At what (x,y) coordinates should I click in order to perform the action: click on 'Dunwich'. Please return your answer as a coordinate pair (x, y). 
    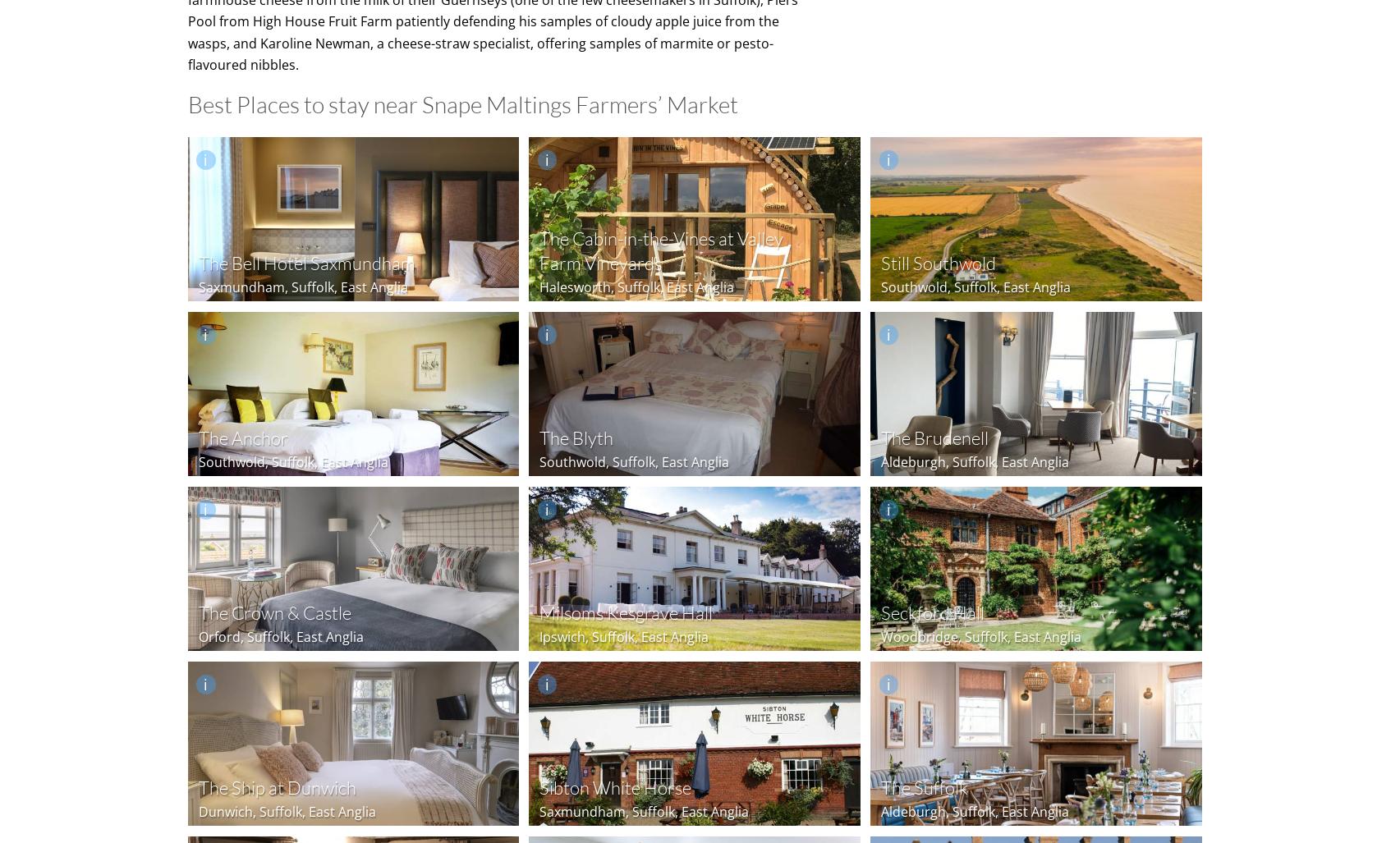
    Looking at the image, I should click on (224, 809).